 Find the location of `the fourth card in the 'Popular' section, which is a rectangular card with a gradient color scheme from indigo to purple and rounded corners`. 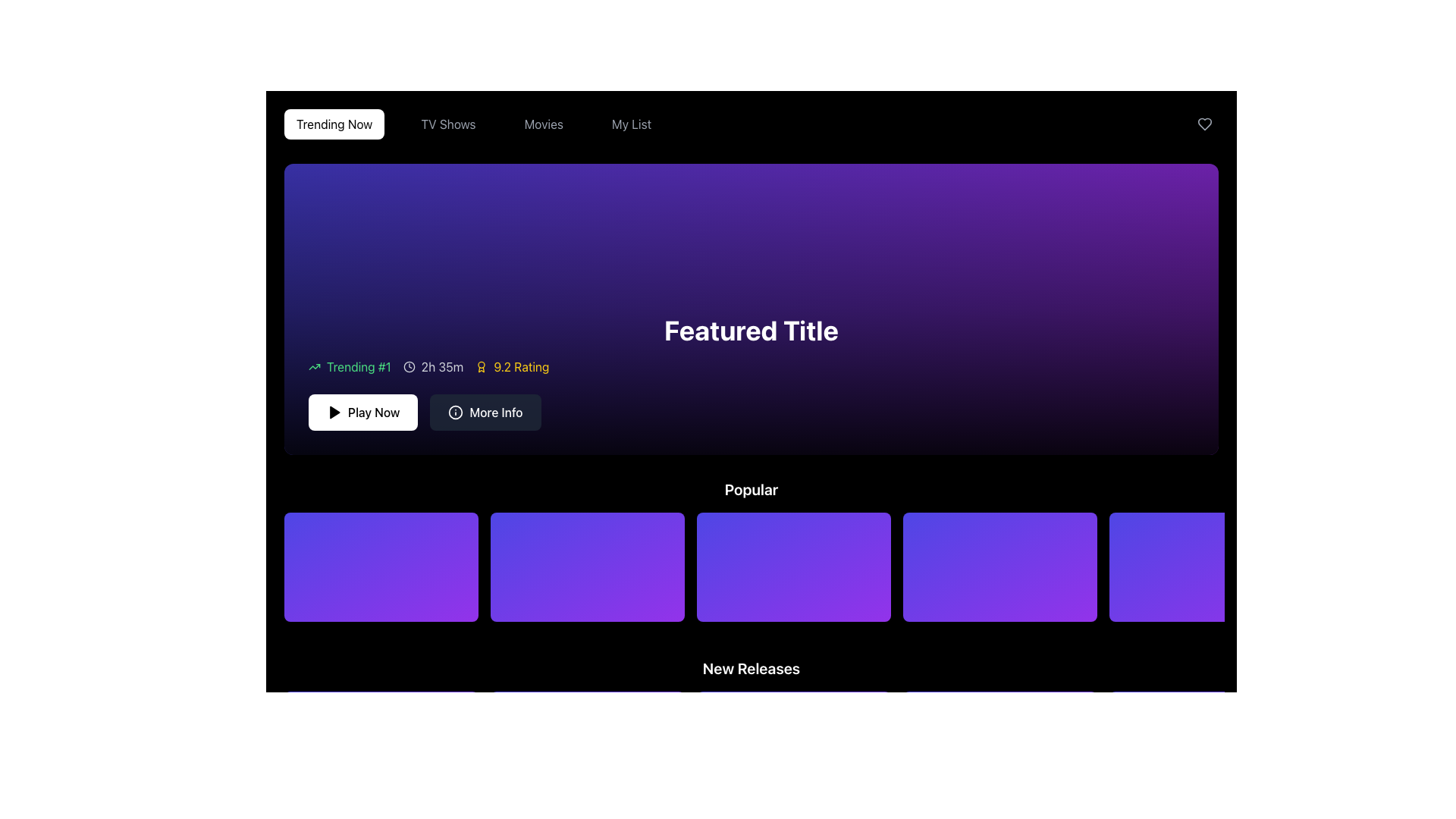

the fourth card in the 'Popular' section, which is a rectangular card with a gradient color scheme from indigo to purple and rounded corners is located at coordinates (1000, 567).